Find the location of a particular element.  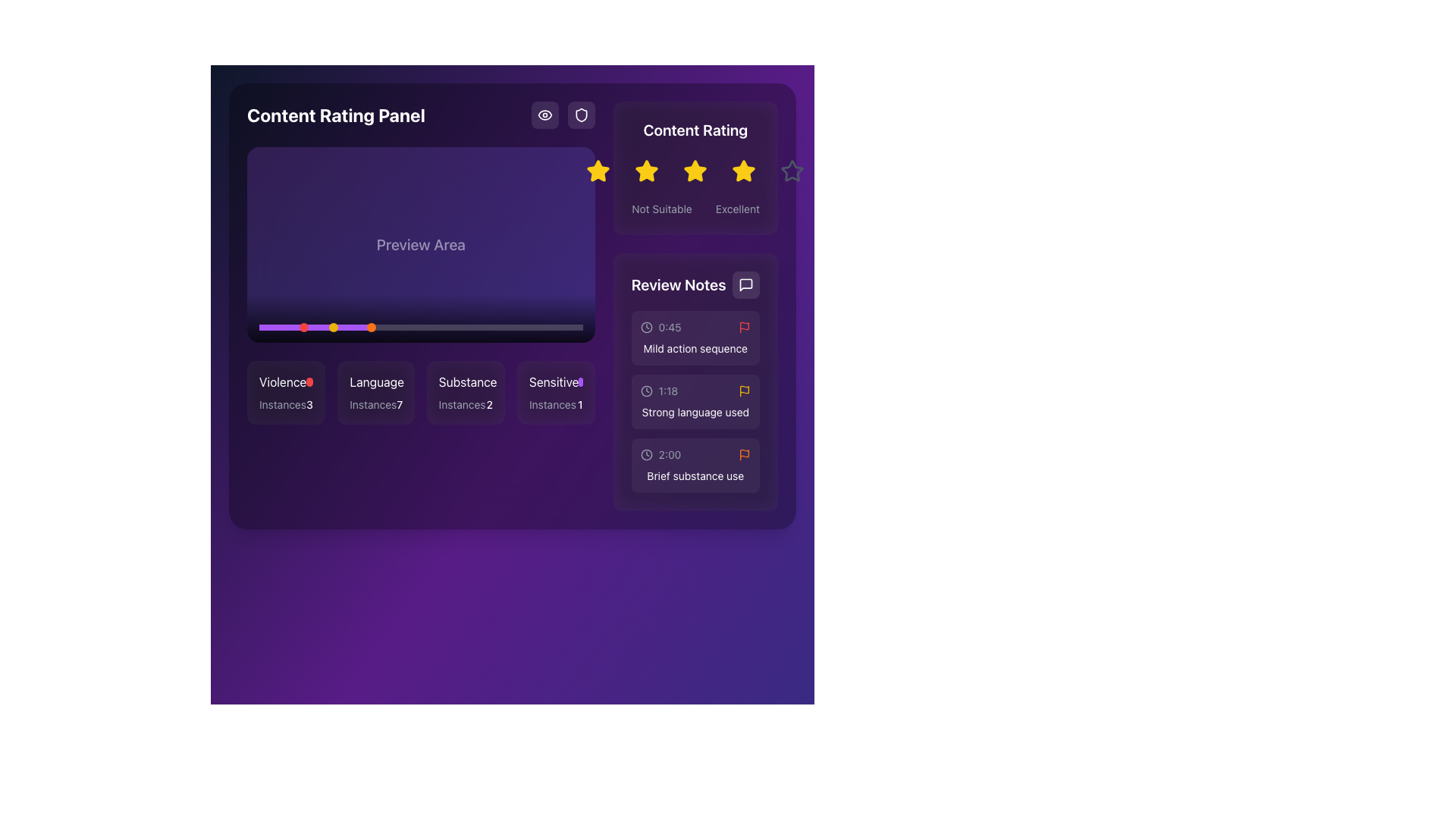

the descriptive text label located at the bottom of the 'Review Notes' section, which provides context related to the preceding timestamp is located at coordinates (695, 475).